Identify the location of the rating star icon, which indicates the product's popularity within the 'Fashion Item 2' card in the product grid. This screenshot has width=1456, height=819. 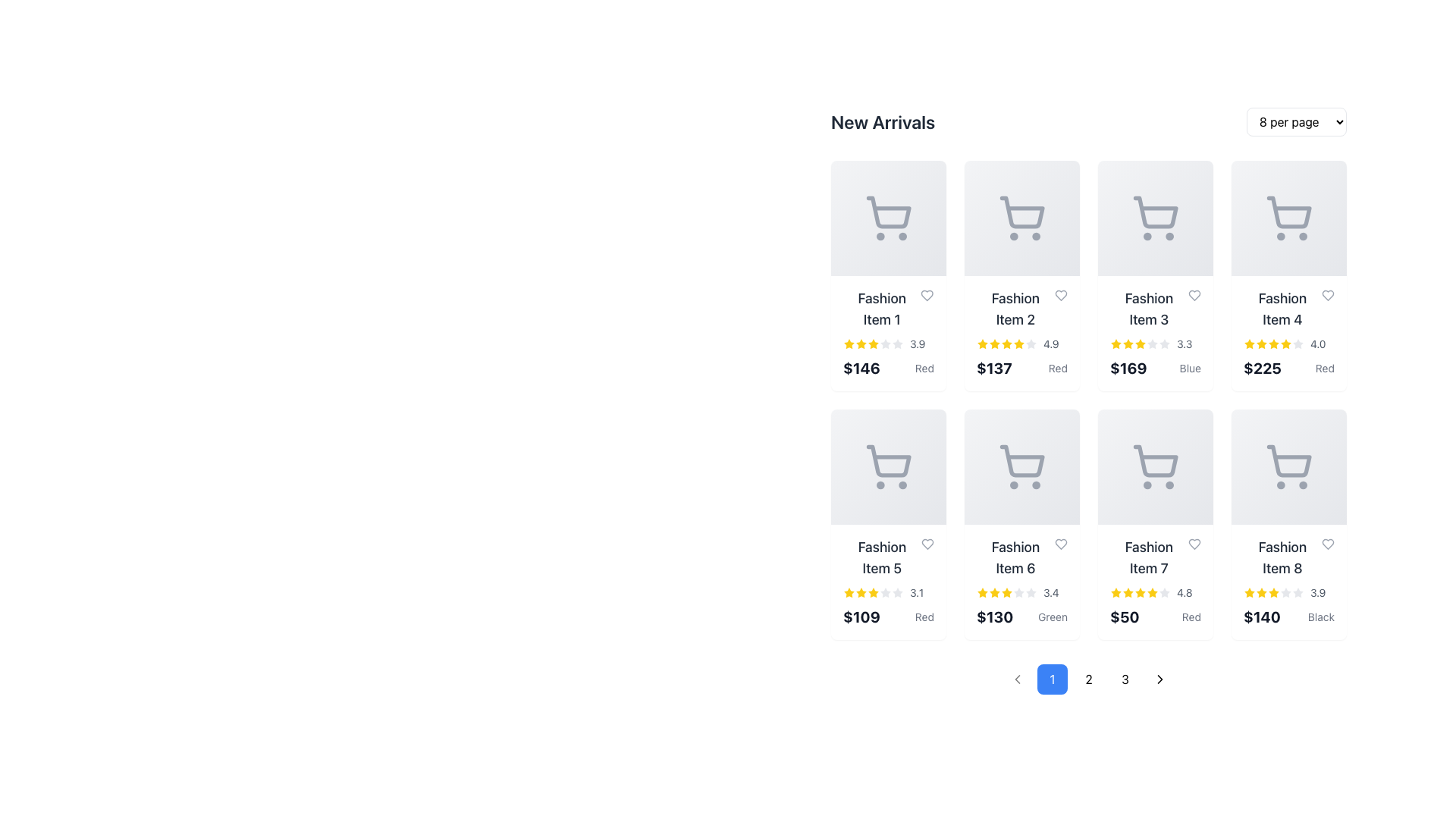
(1019, 344).